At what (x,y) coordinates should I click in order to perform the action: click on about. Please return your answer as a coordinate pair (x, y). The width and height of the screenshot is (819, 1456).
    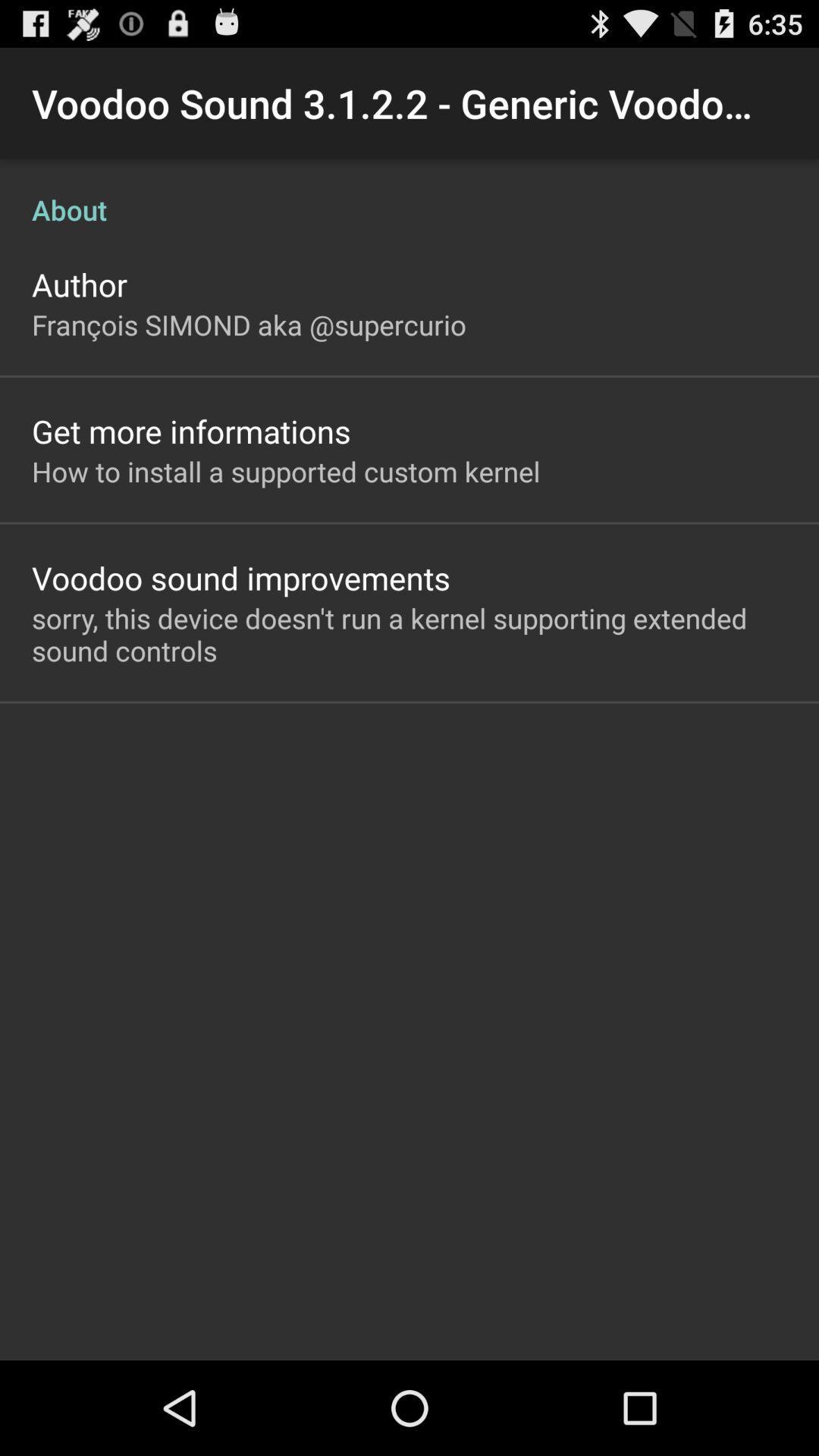
    Looking at the image, I should click on (409, 193).